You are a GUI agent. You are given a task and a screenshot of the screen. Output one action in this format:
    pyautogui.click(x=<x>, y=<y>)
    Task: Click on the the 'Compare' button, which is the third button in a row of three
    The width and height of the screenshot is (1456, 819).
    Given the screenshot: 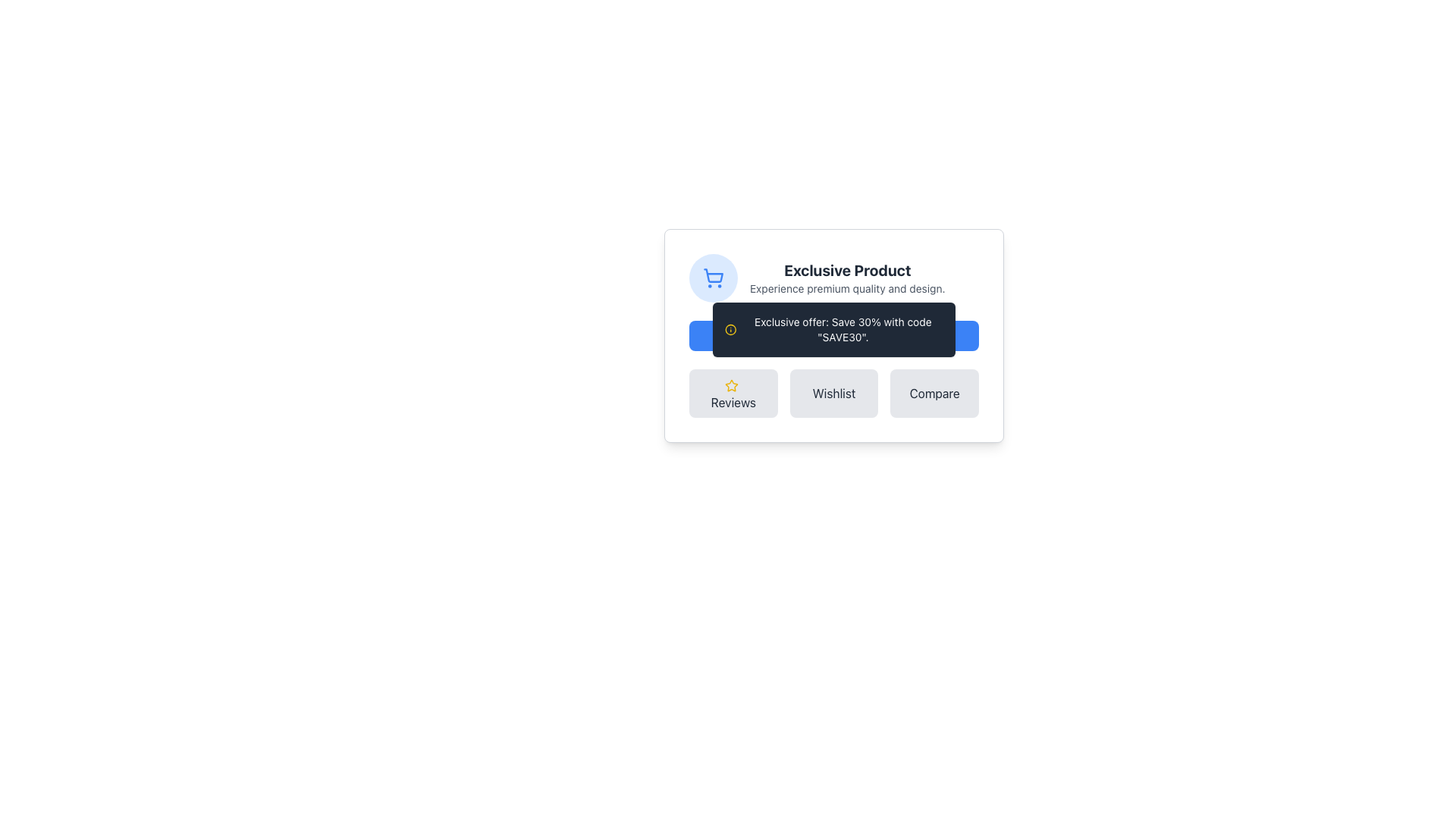 What is the action you would take?
    pyautogui.click(x=934, y=393)
    